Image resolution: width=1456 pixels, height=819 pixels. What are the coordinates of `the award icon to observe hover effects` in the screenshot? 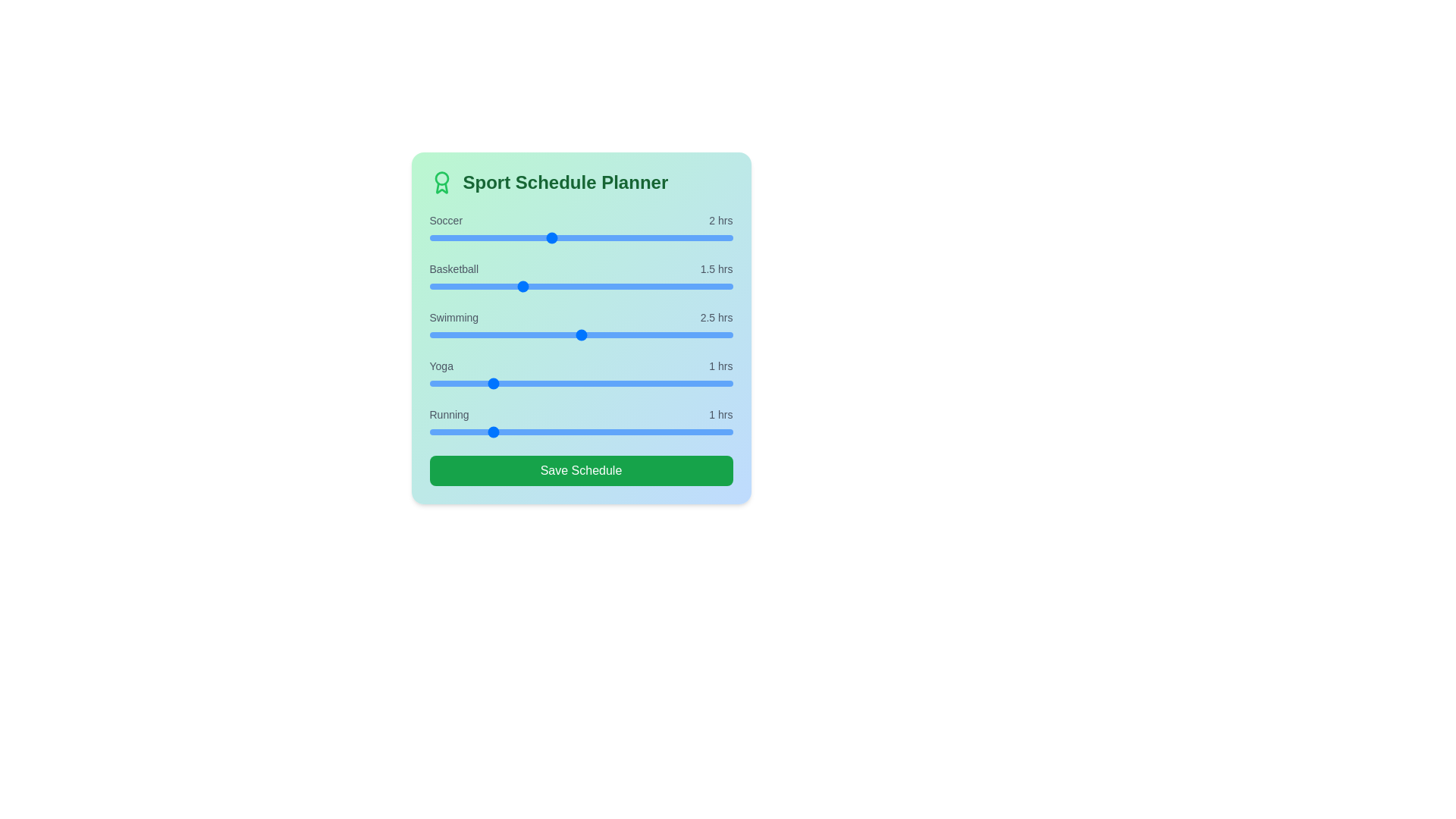 It's located at (441, 181).